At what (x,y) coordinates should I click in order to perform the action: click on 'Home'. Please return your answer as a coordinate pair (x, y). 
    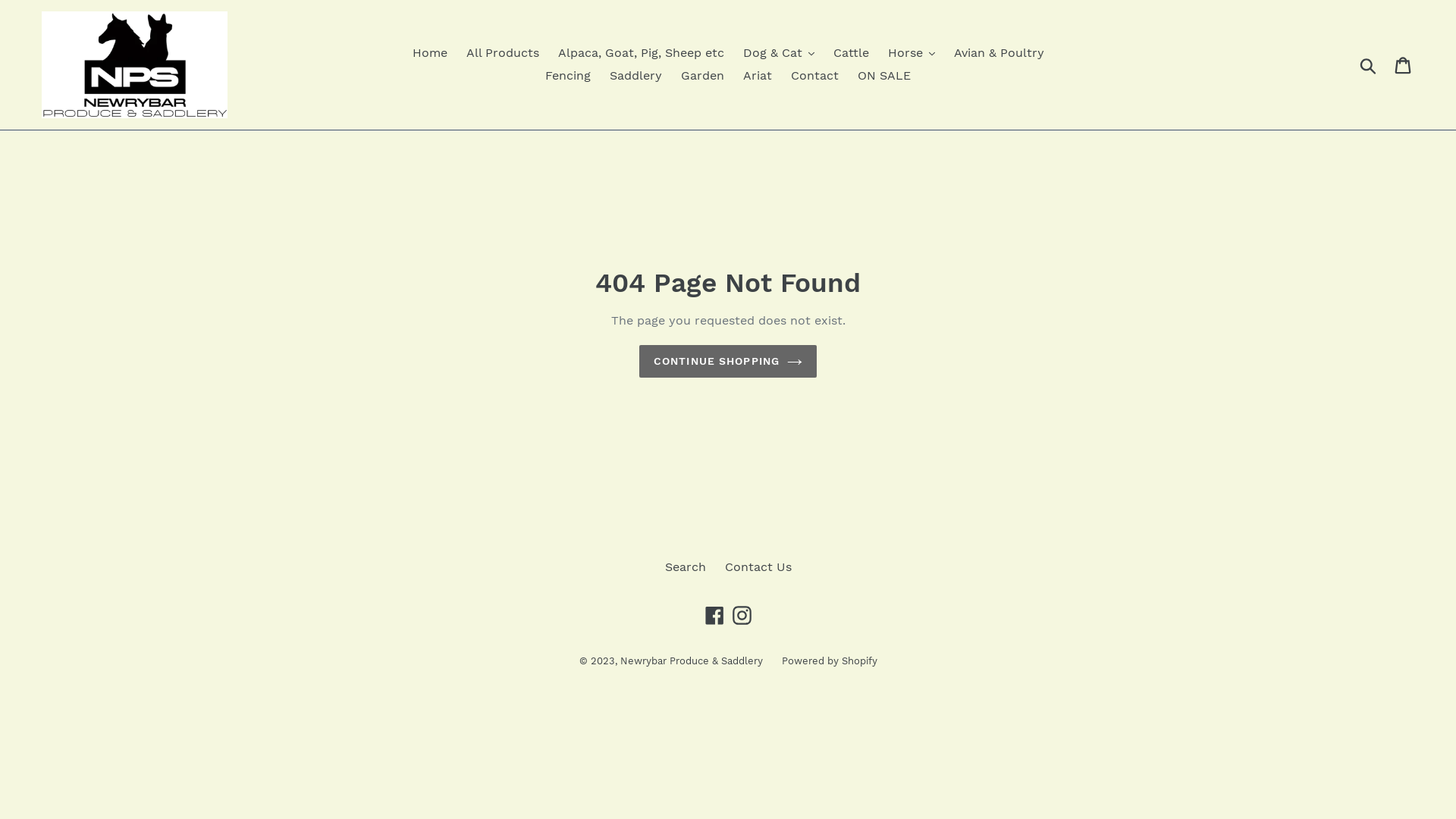
    Looking at the image, I should click on (428, 52).